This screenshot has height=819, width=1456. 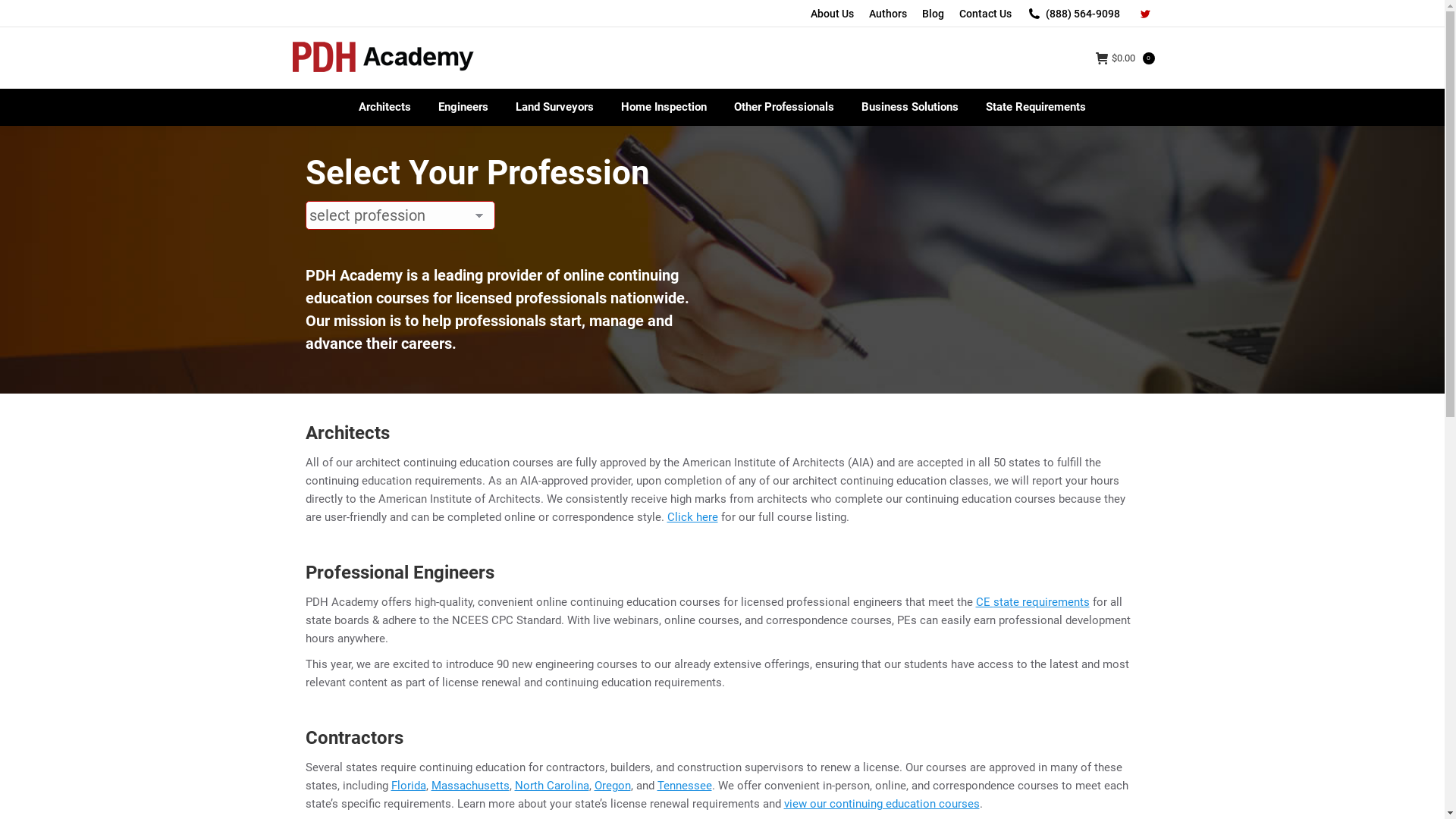 I want to click on 'Florida', so click(x=391, y=785).